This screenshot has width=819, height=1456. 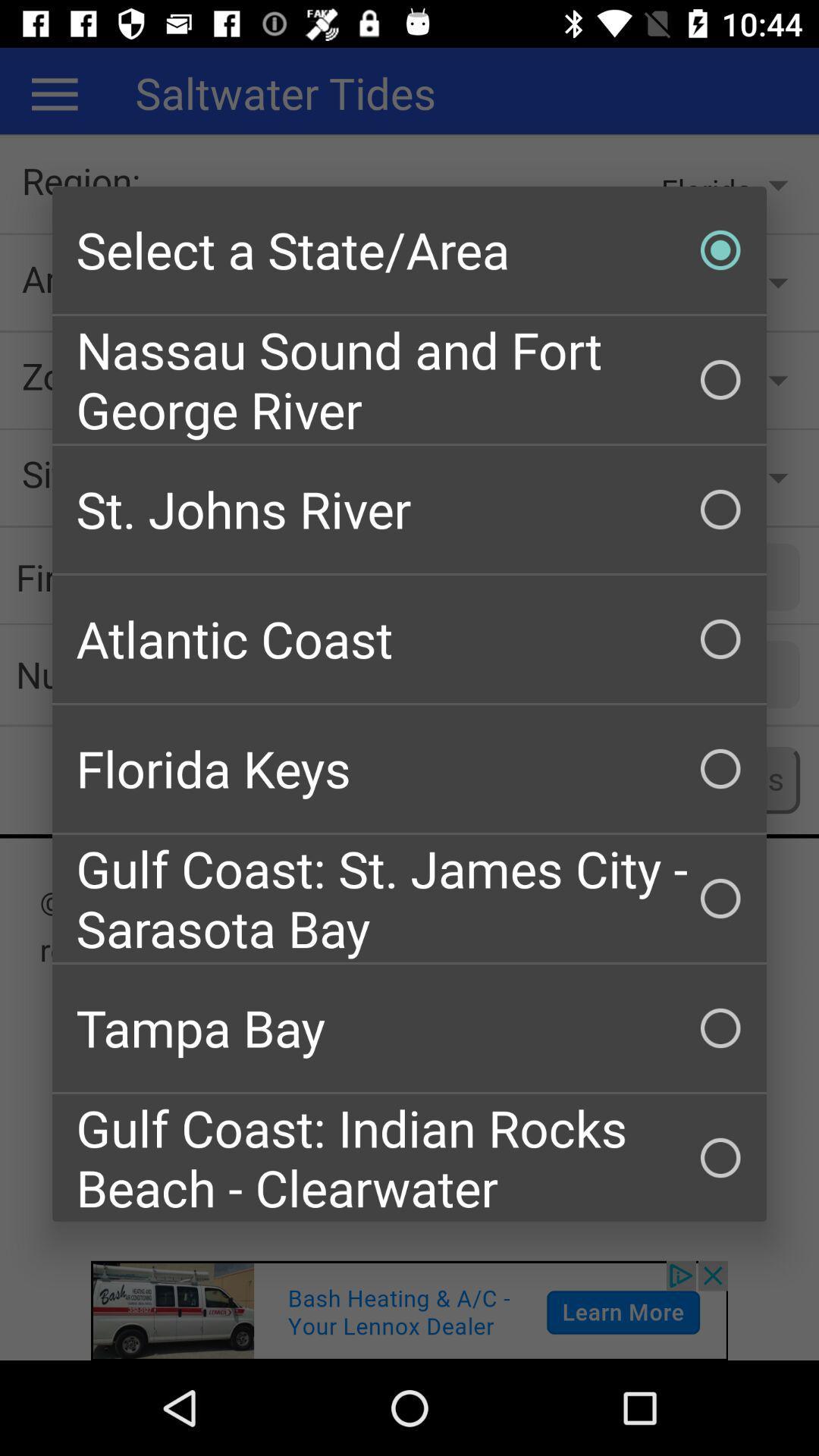 I want to click on select a state, so click(x=409, y=250).